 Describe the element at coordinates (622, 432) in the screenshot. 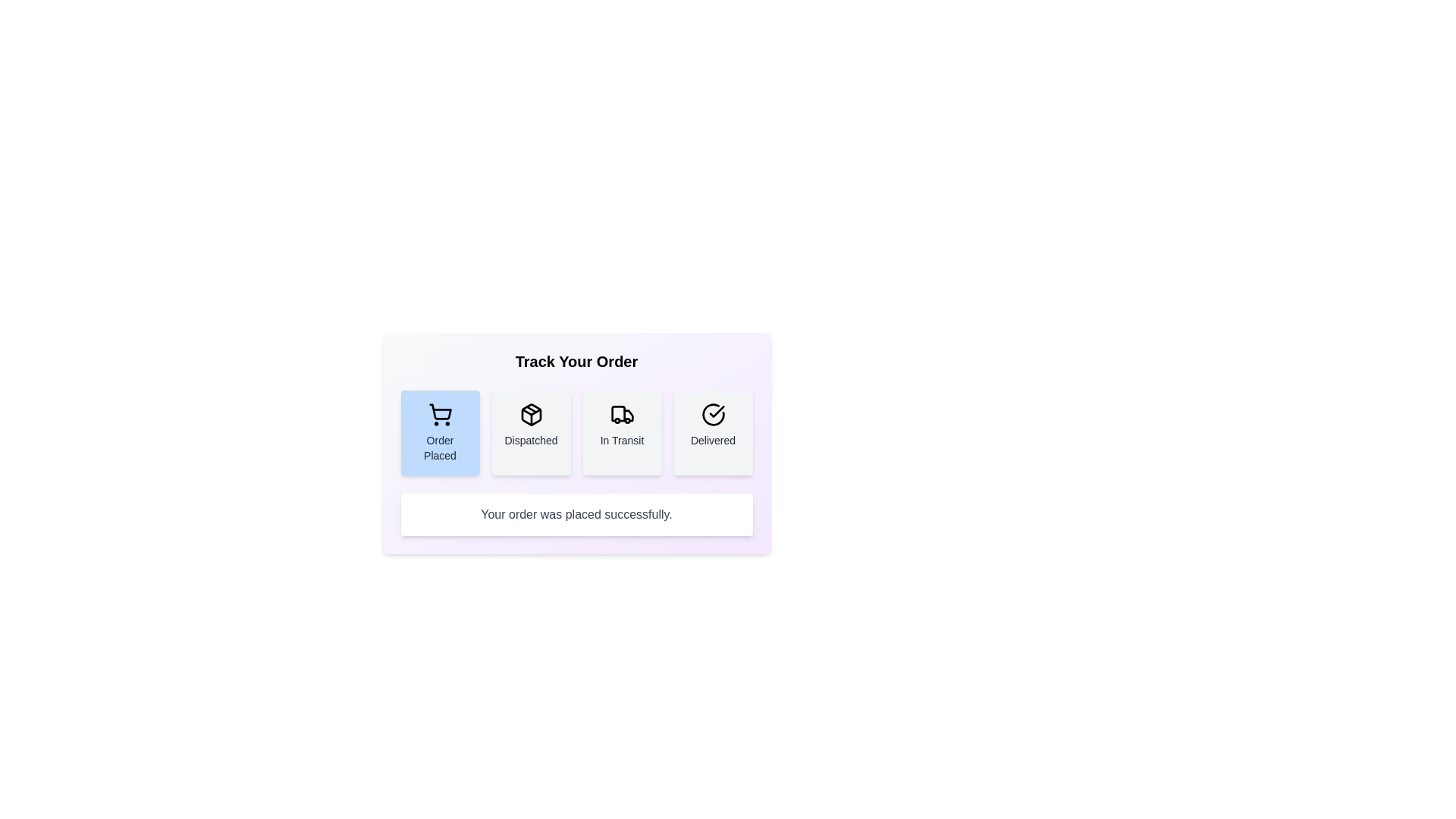

I see `the 'In Transit' button to view its details` at that location.